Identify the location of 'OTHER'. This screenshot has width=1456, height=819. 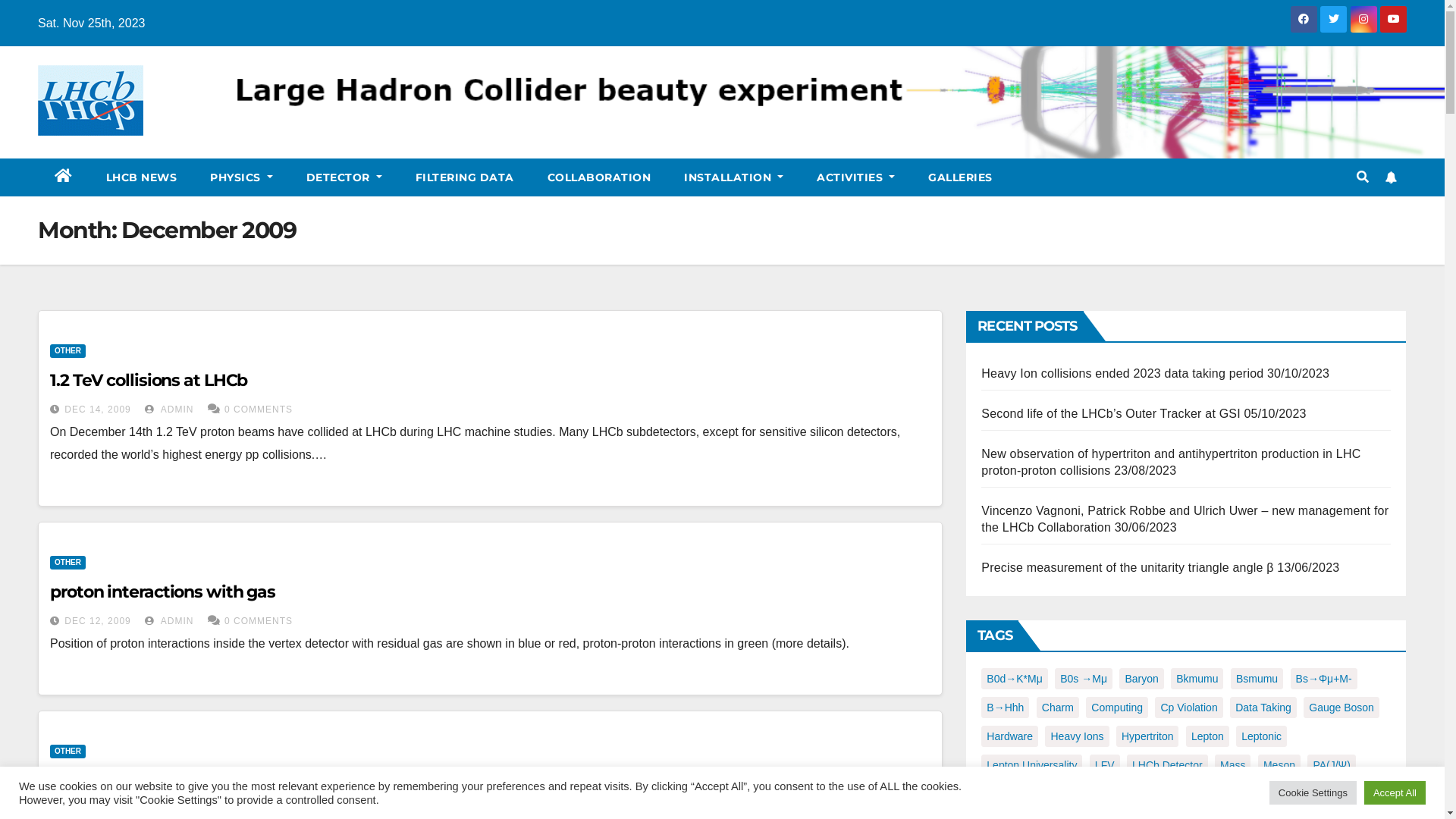
(67, 350).